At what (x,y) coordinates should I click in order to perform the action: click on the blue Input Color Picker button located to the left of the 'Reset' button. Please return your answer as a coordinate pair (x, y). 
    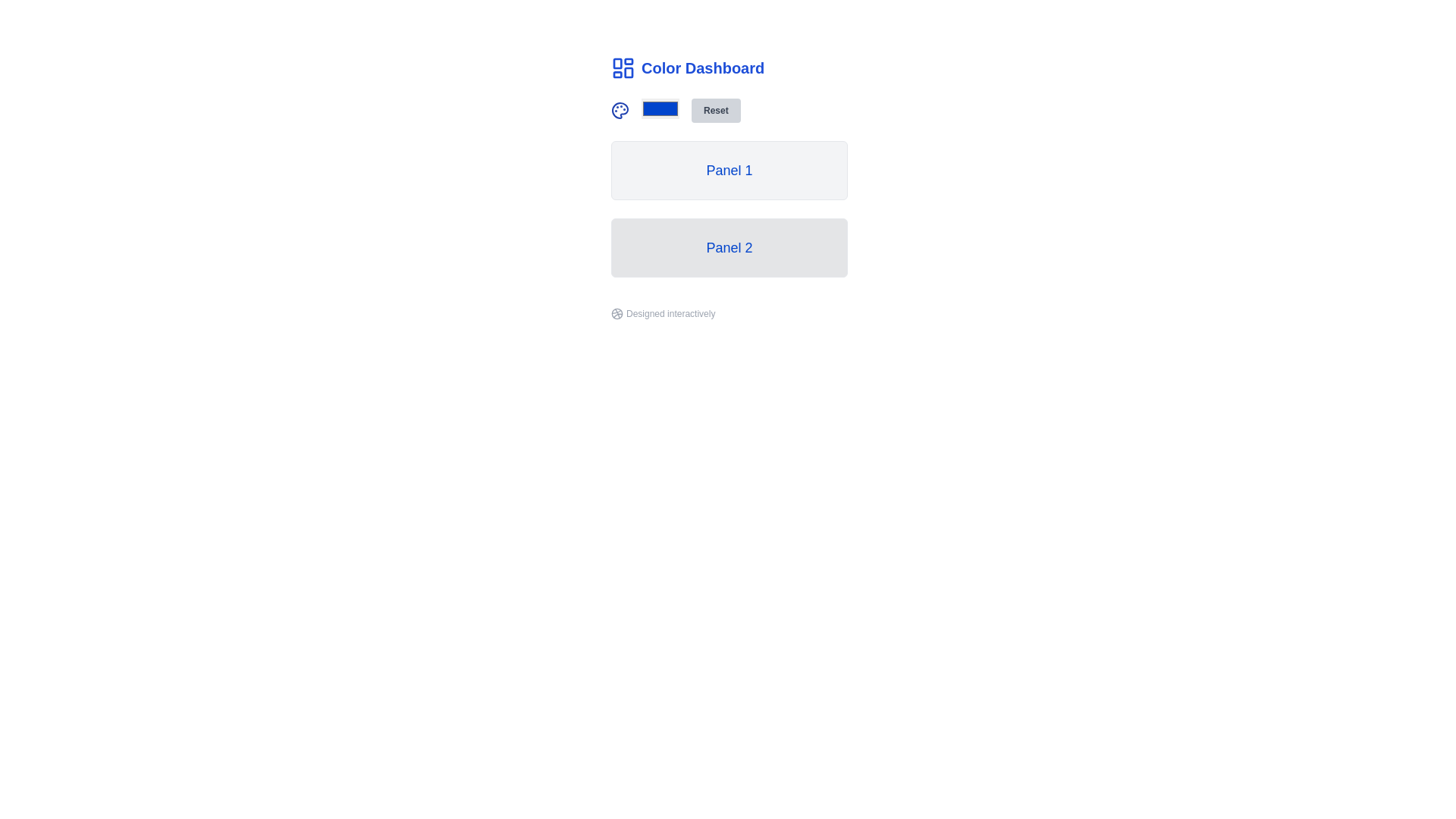
    Looking at the image, I should click on (660, 107).